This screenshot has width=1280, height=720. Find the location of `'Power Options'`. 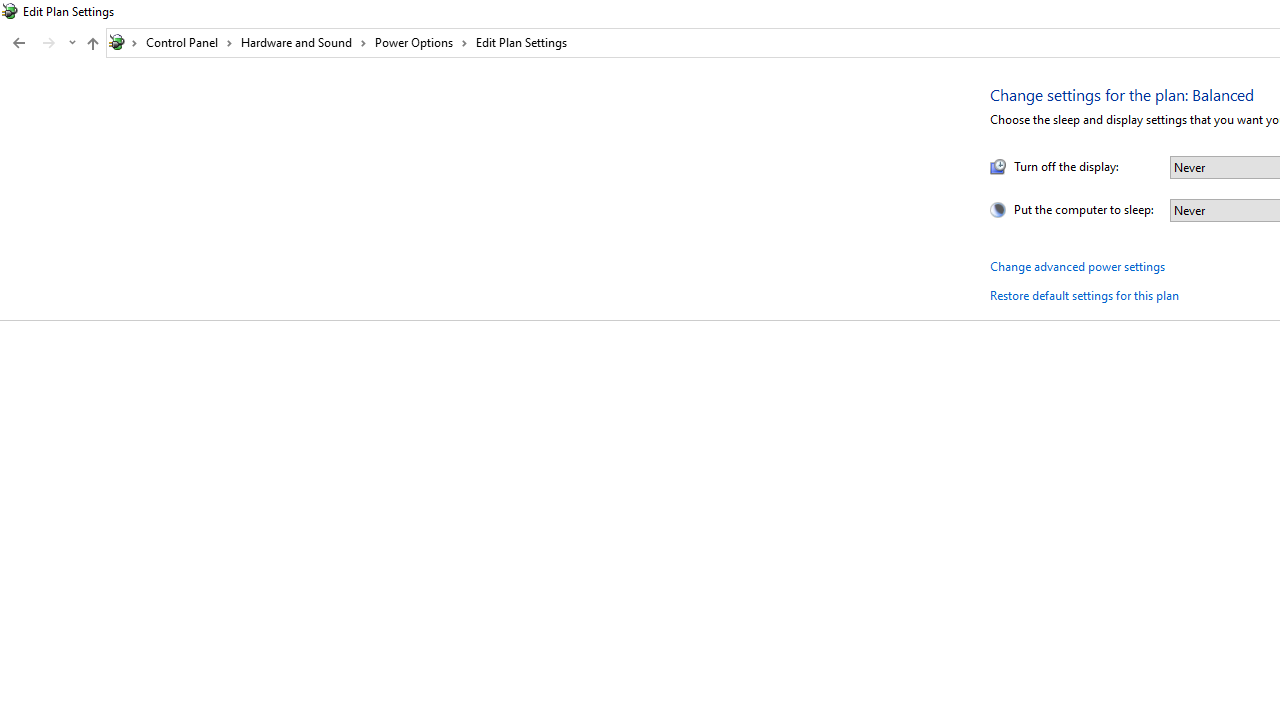

'Power Options' is located at coordinates (420, 42).